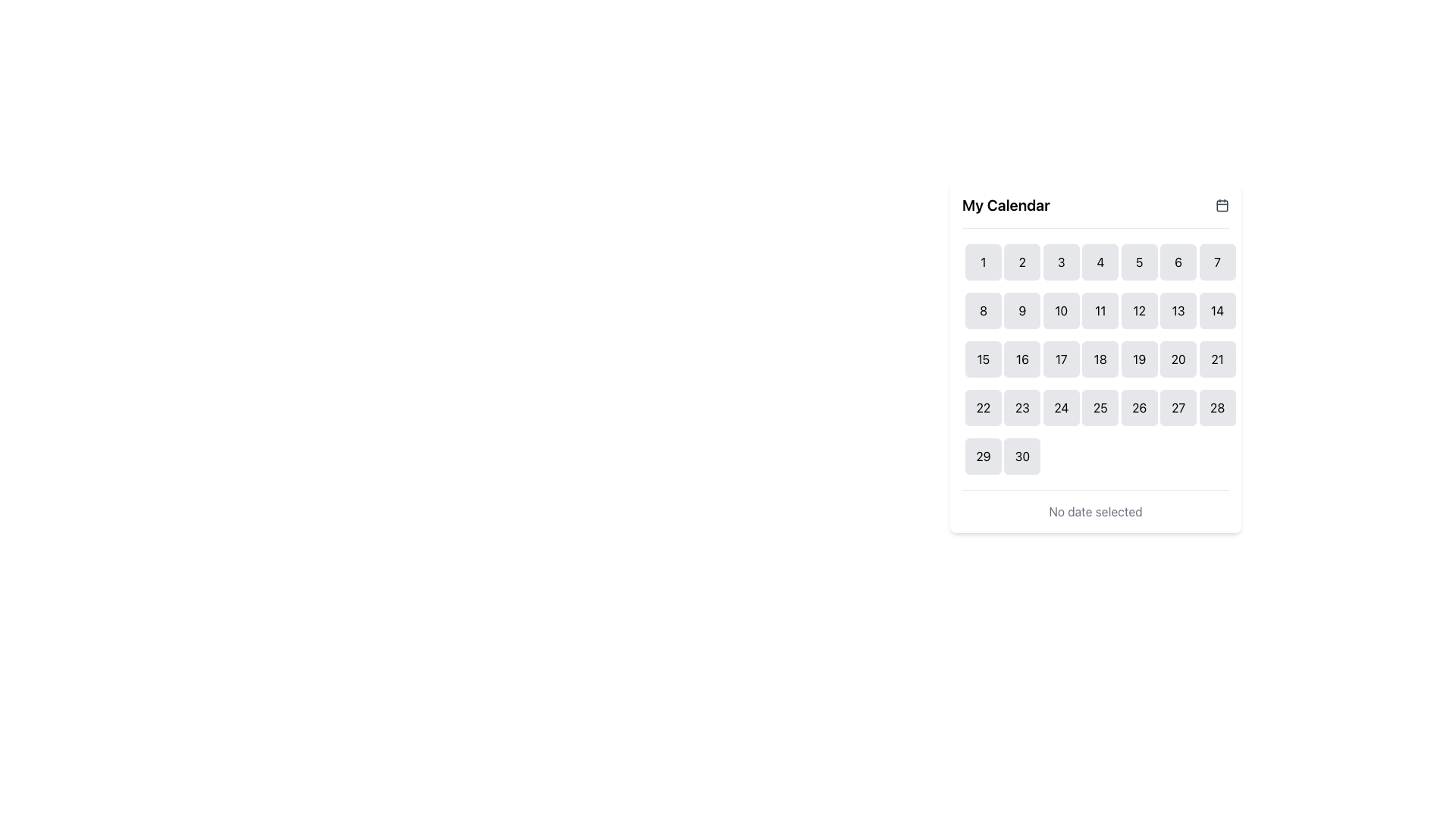 Image resolution: width=1456 pixels, height=819 pixels. What do you see at coordinates (1095, 512) in the screenshot?
I see `the text label that displays a default message indicating no date has been selected, located directly below the calendar grid and centered within the calendar interface` at bounding box center [1095, 512].